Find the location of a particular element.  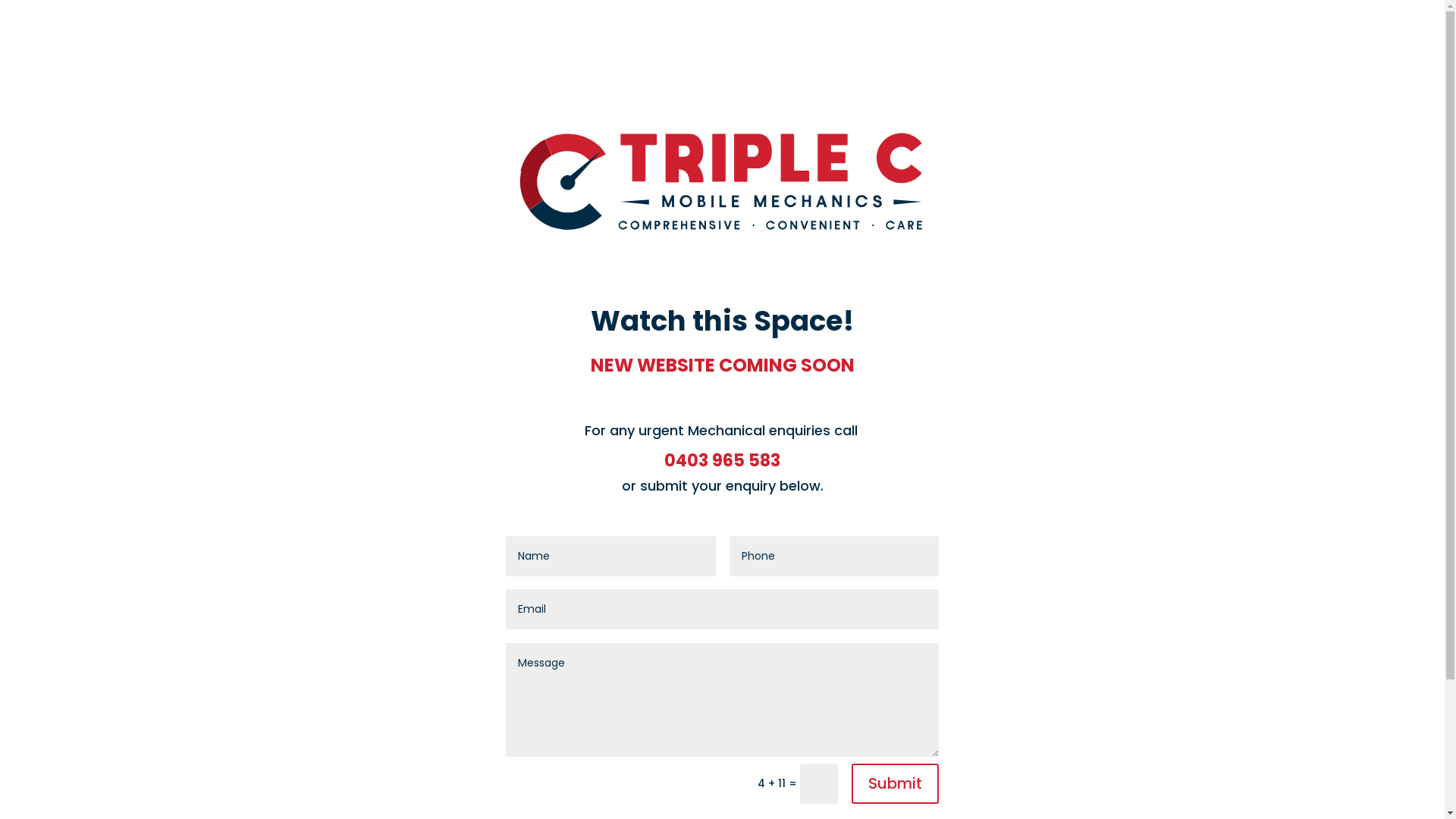

'TC_Logo' is located at coordinates (722, 180).